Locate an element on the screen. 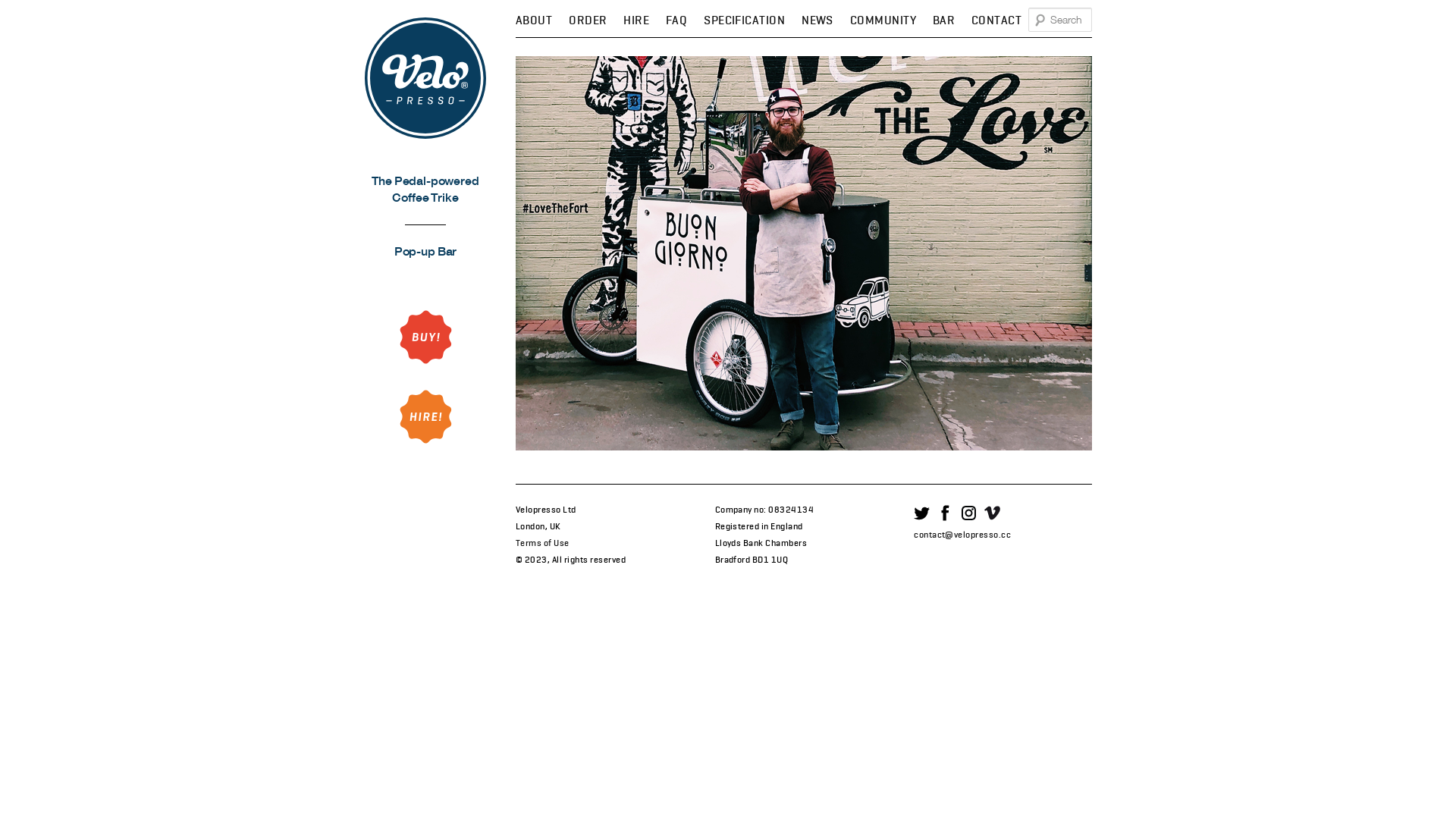 The image size is (1456, 819). 'HIRE' is located at coordinates (643, 20).